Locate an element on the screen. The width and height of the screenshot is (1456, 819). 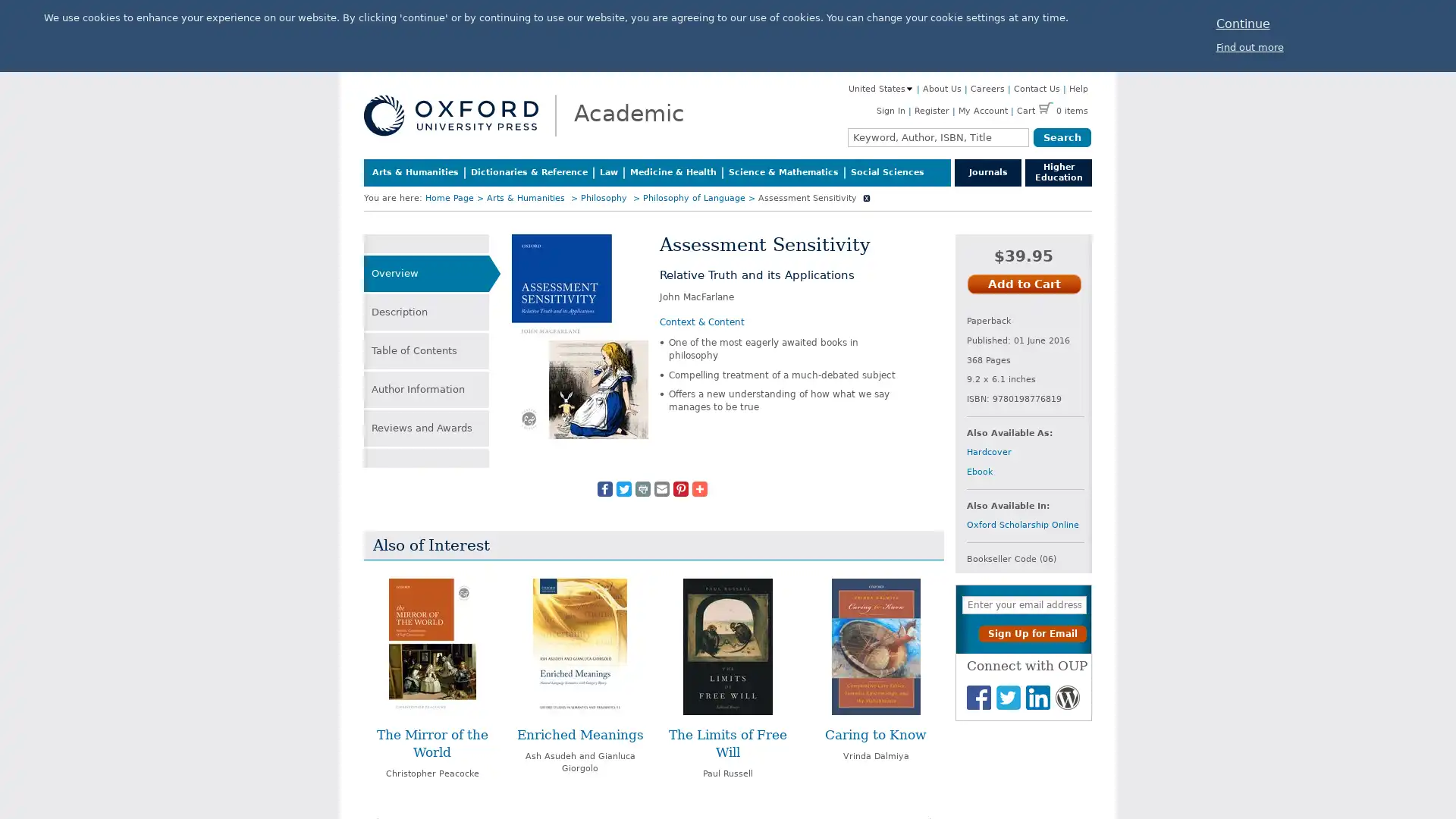
Sign Up for Email is located at coordinates (1032, 634).